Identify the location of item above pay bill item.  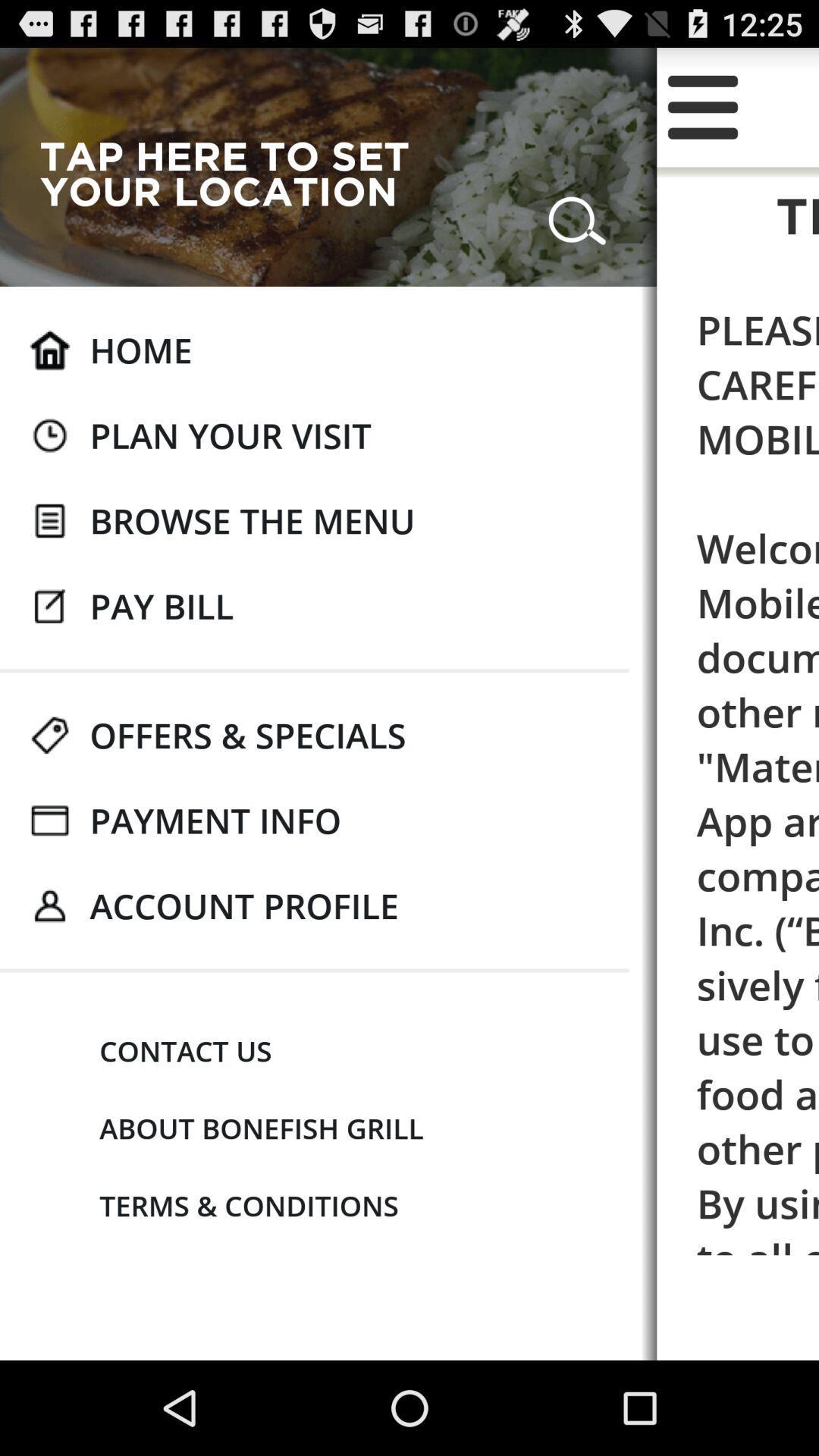
(251, 520).